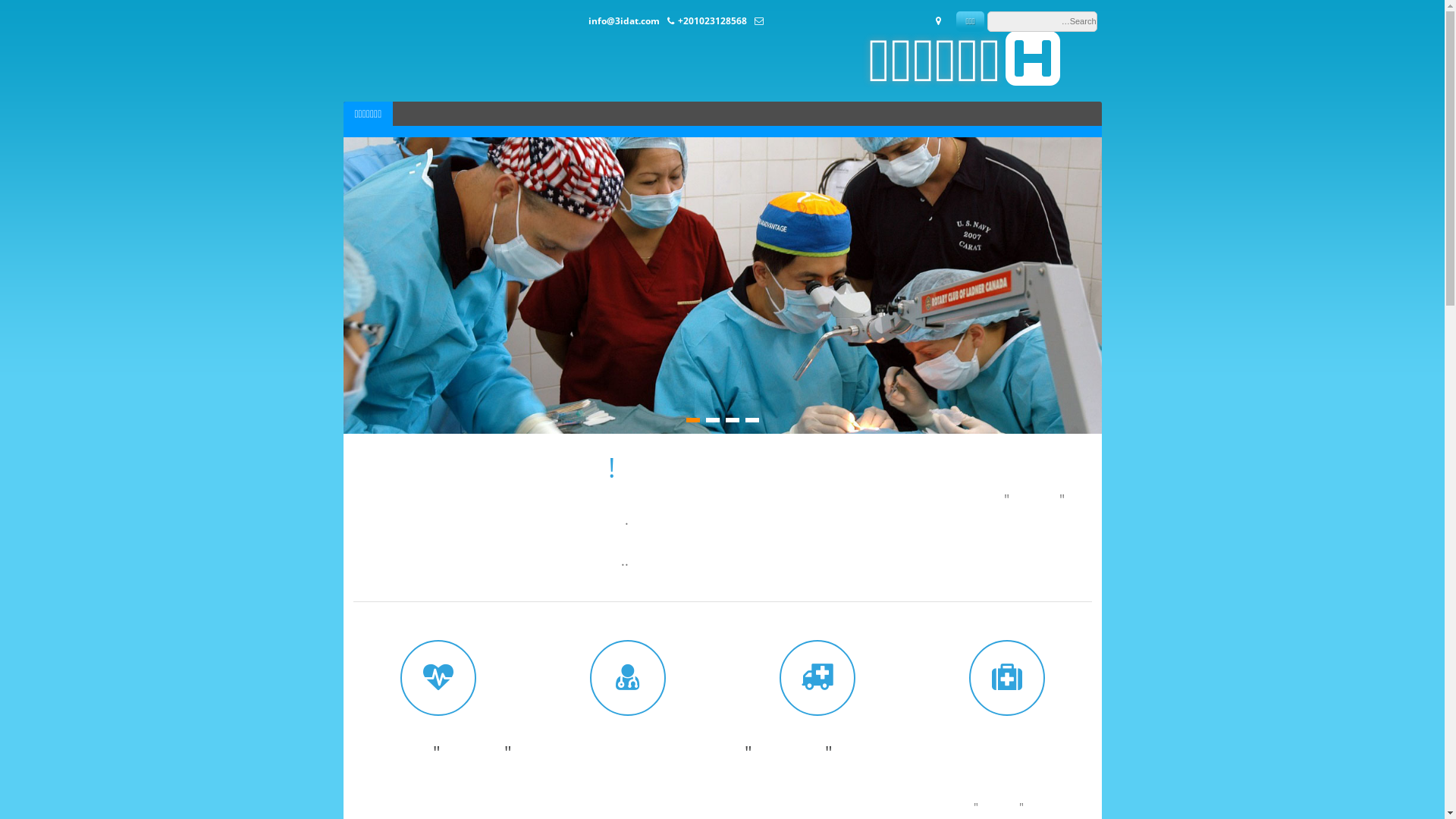 This screenshot has width=1456, height=819. I want to click on '2', so click(731, 420).